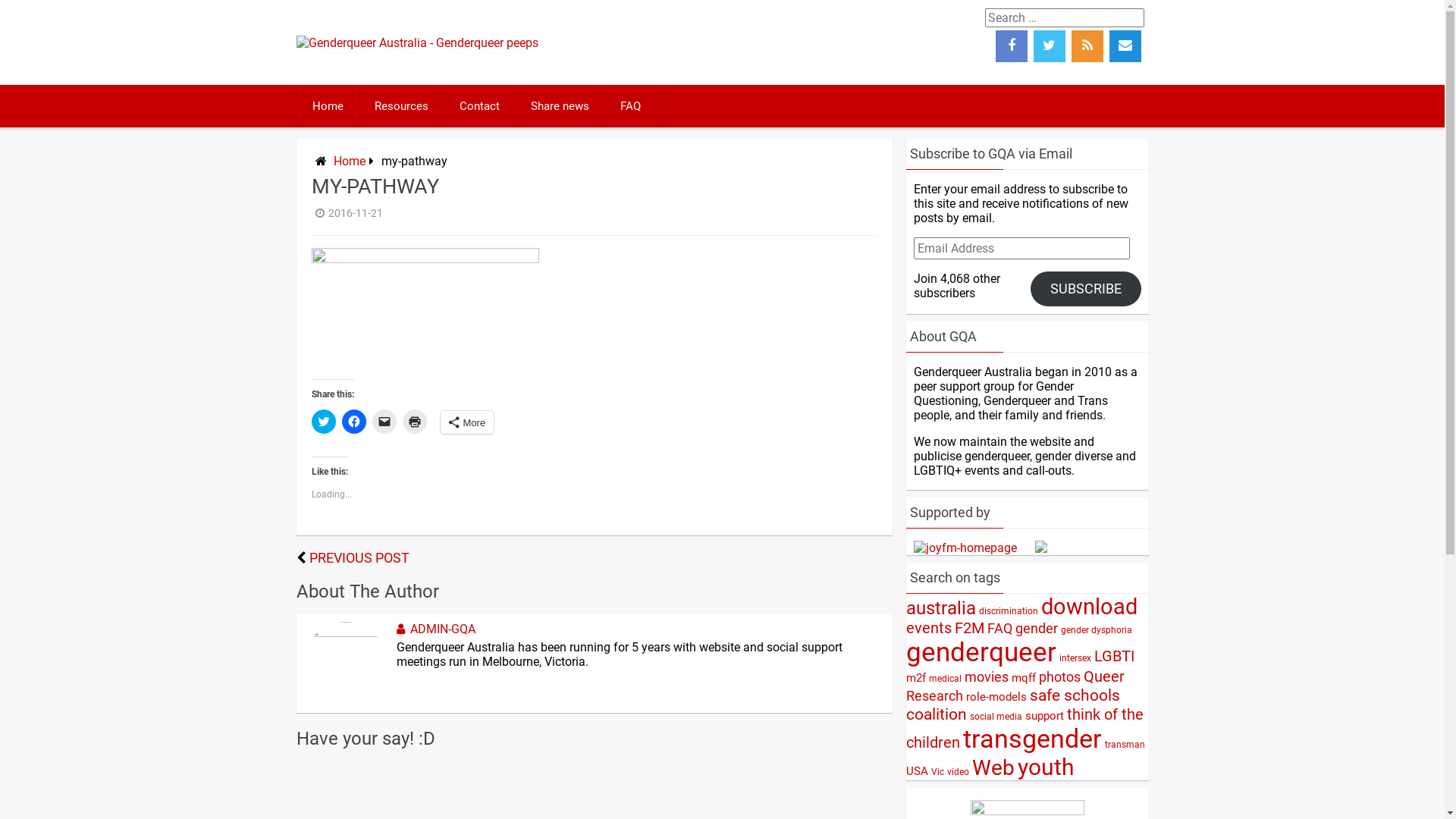  What do you see at coordinates (1045, 767) in the screenshot?
I see `'youth'` at bounding box center [1045, 767].